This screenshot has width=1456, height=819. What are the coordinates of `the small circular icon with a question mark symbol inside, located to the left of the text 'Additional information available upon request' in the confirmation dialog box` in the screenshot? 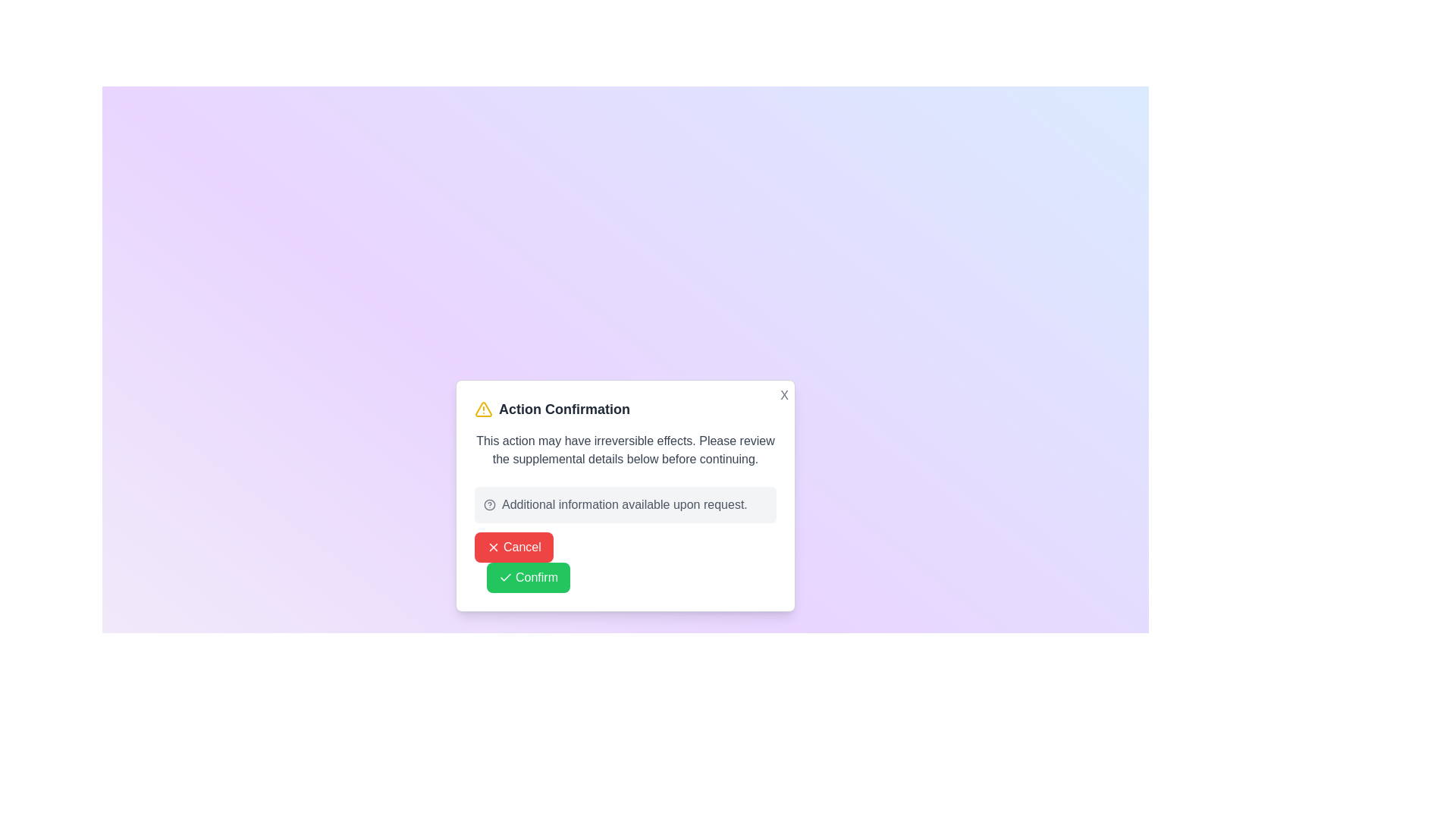 It's located at (490, 505).